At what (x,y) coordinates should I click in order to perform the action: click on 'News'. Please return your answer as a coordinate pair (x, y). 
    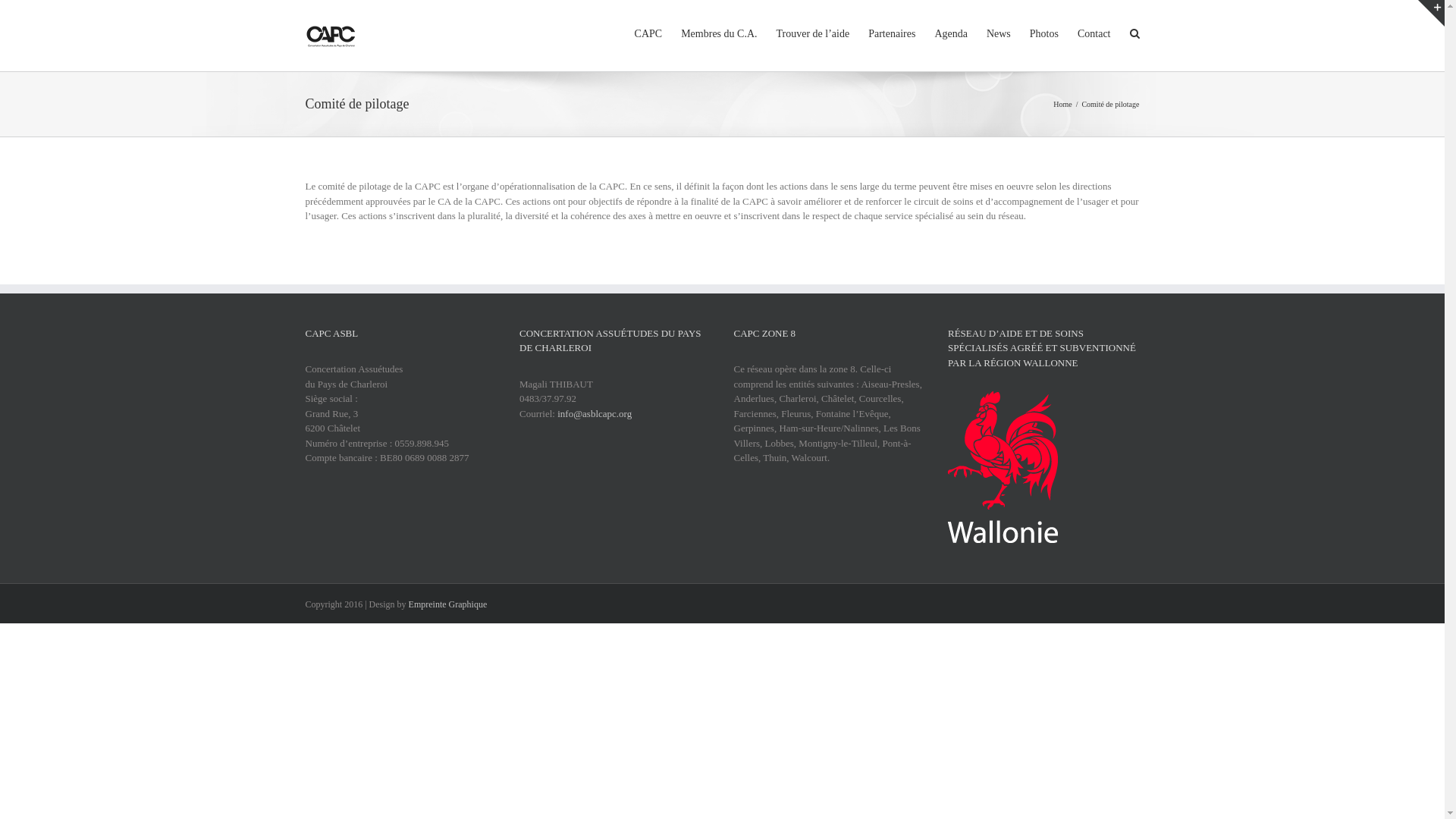
    Looking at the image, I should click on (998, 32).